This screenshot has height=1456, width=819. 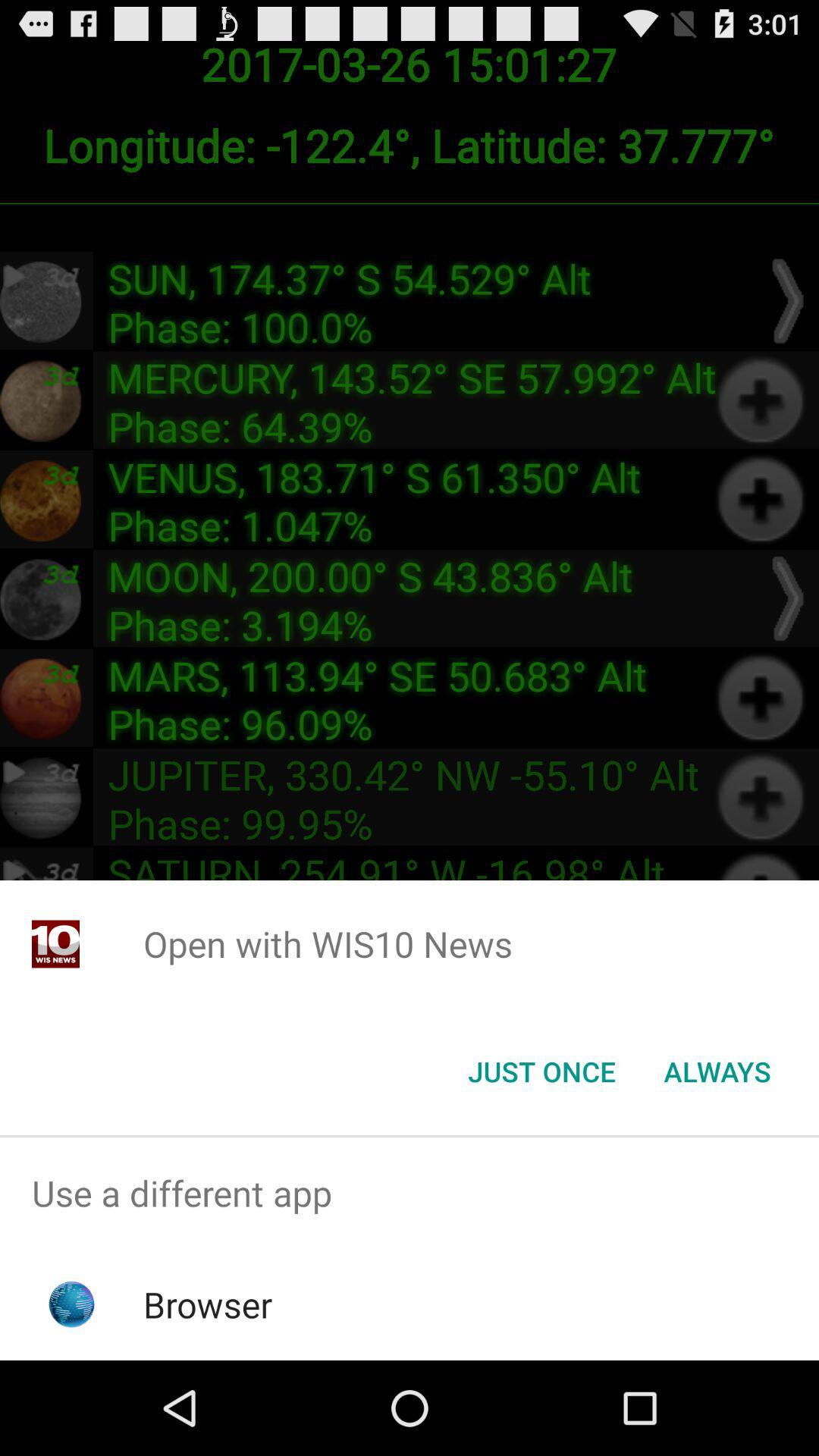 What do you see at coordinates (541, 1070) in the screenshot?
I see `icon below open with wis10 app` at bounding box center [541, 1070].